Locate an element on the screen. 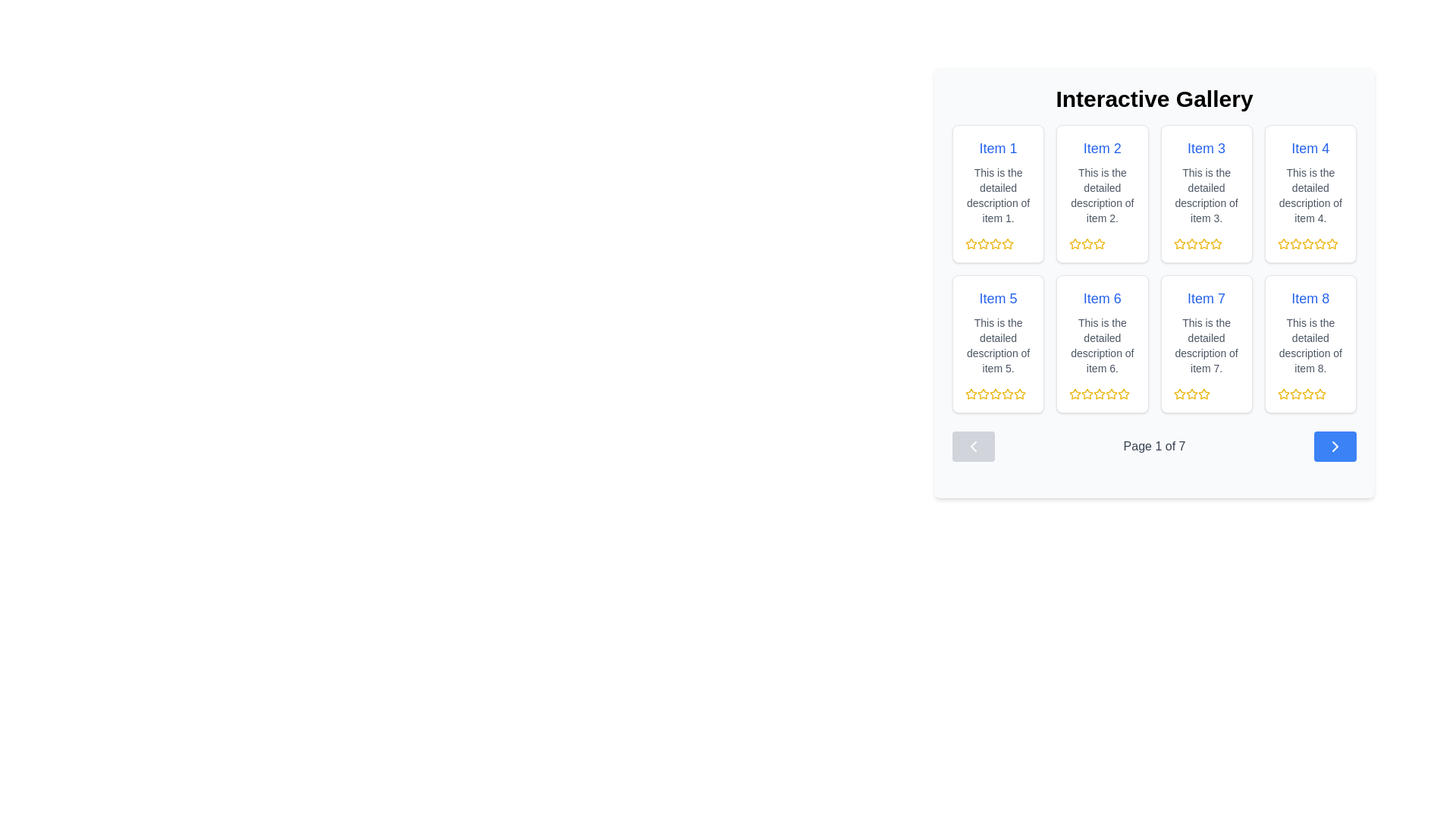  the yellow star-shaped icon indicating the second star in the rating group for 'Item 5' is located at coordinates (1008, 393).